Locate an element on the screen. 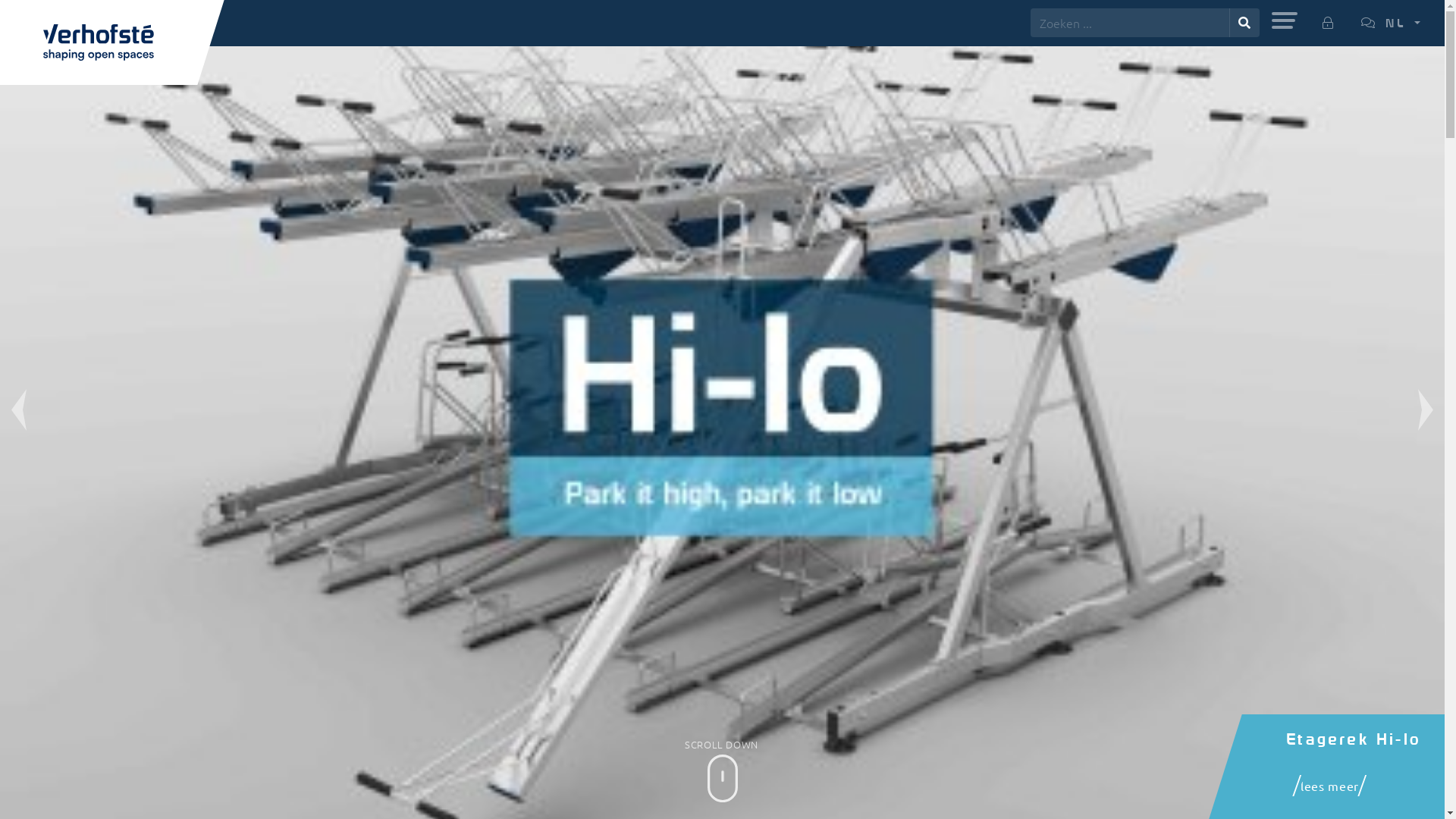 The image size is (1456, 819). 'SCROLL DOWN' is located at coordinates (722, 777).